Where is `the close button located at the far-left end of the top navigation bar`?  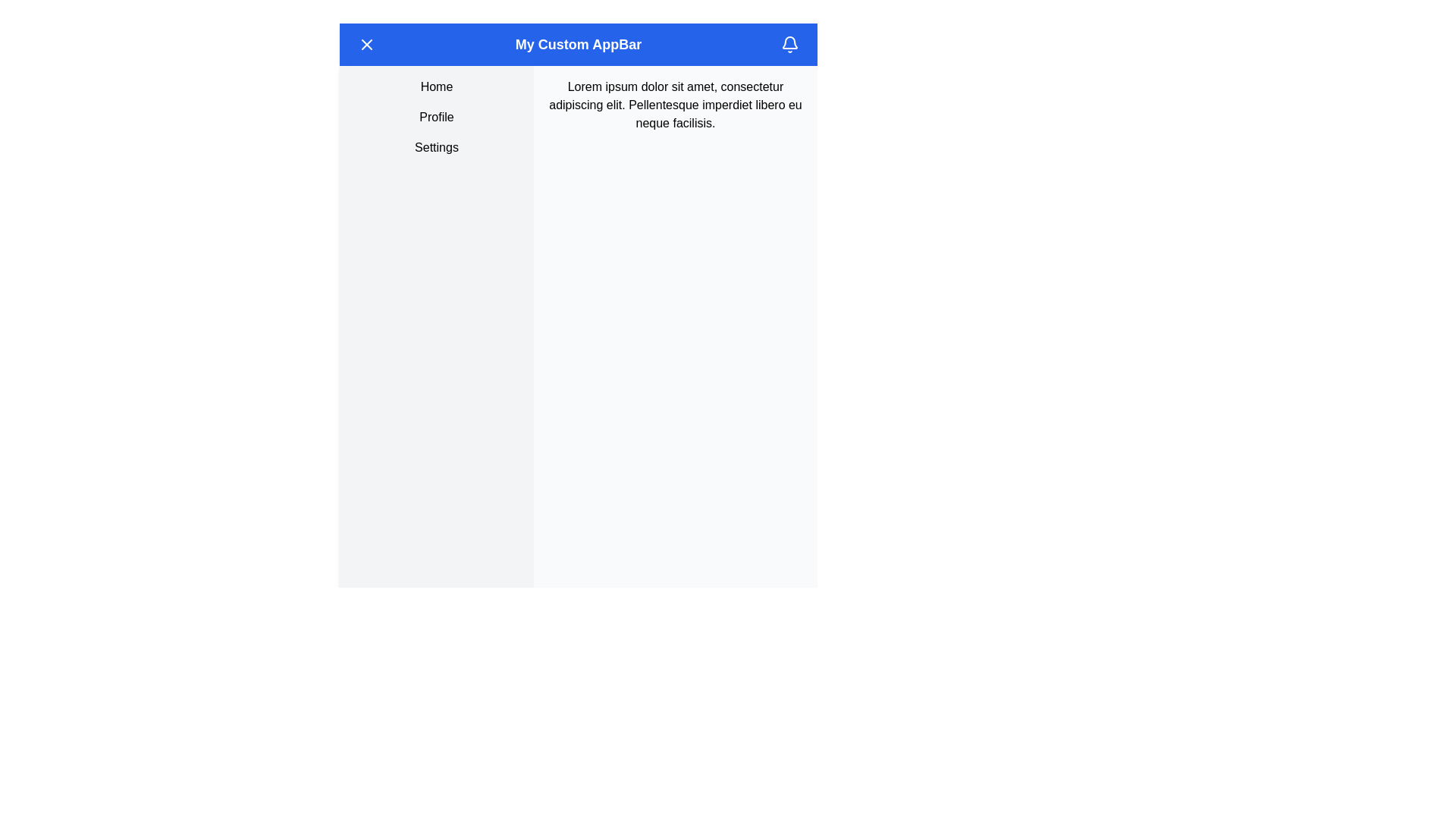 the close button located at the far-left end of the top navigation bar is located at coordinates (367, 43).